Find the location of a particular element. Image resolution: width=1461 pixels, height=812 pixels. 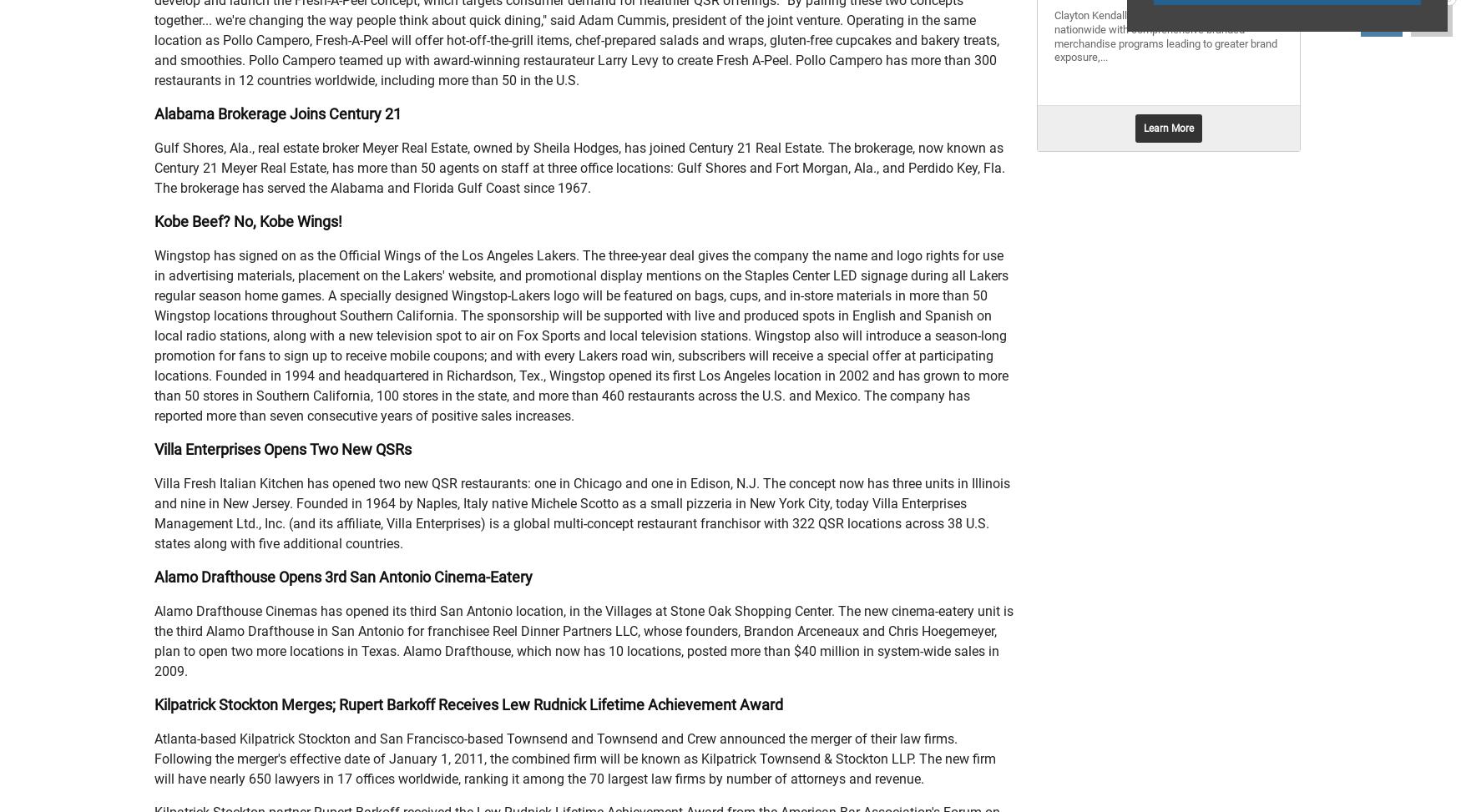

'Clayton Kendall provides franchise communities nationwide with comprehensive branded merchandise programs leading to greater brand exposure,...' is located at coordinates (1166, 36).